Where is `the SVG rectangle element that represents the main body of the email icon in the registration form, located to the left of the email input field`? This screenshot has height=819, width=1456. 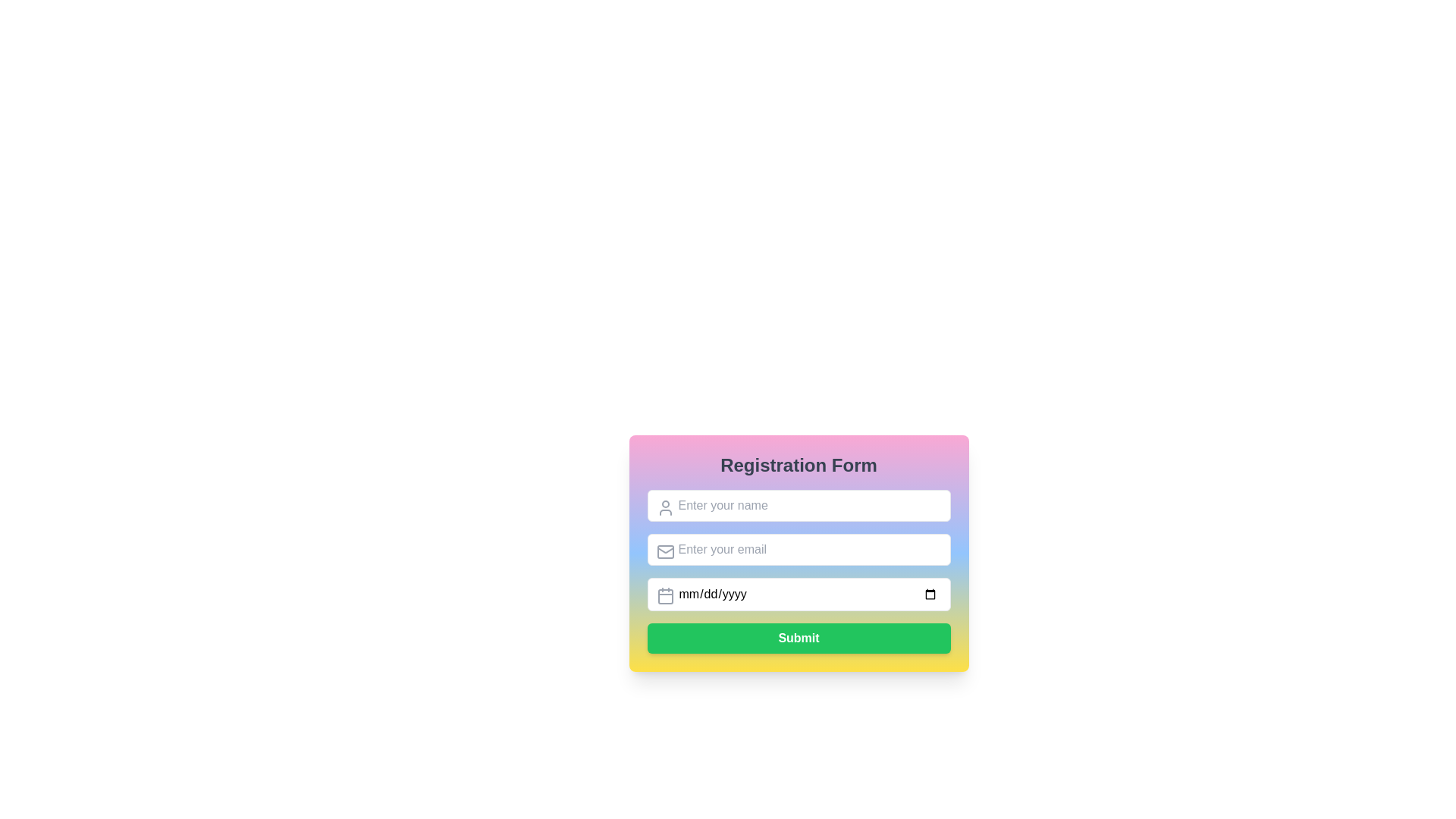
the SVG rectangle element that represents the main body of the email icon in the registration form, located to the left of the email input field is located at coordinates (665, 552).